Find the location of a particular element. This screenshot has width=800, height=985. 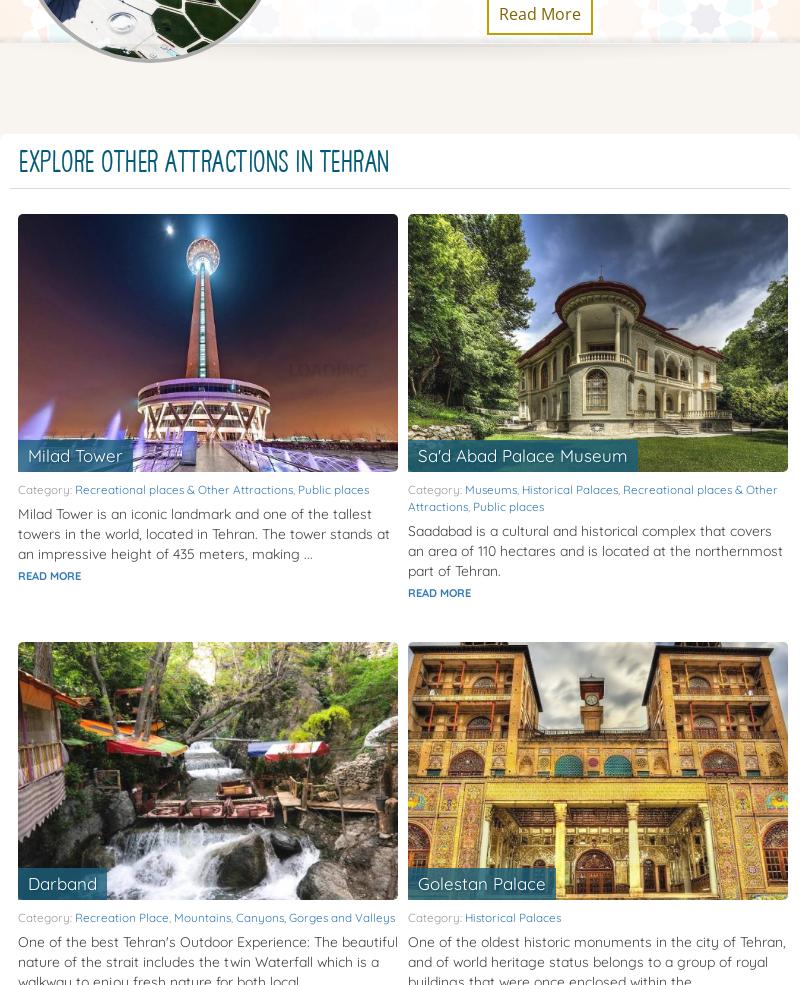

'Golestan Palace' is located at coordinates (482, 881).